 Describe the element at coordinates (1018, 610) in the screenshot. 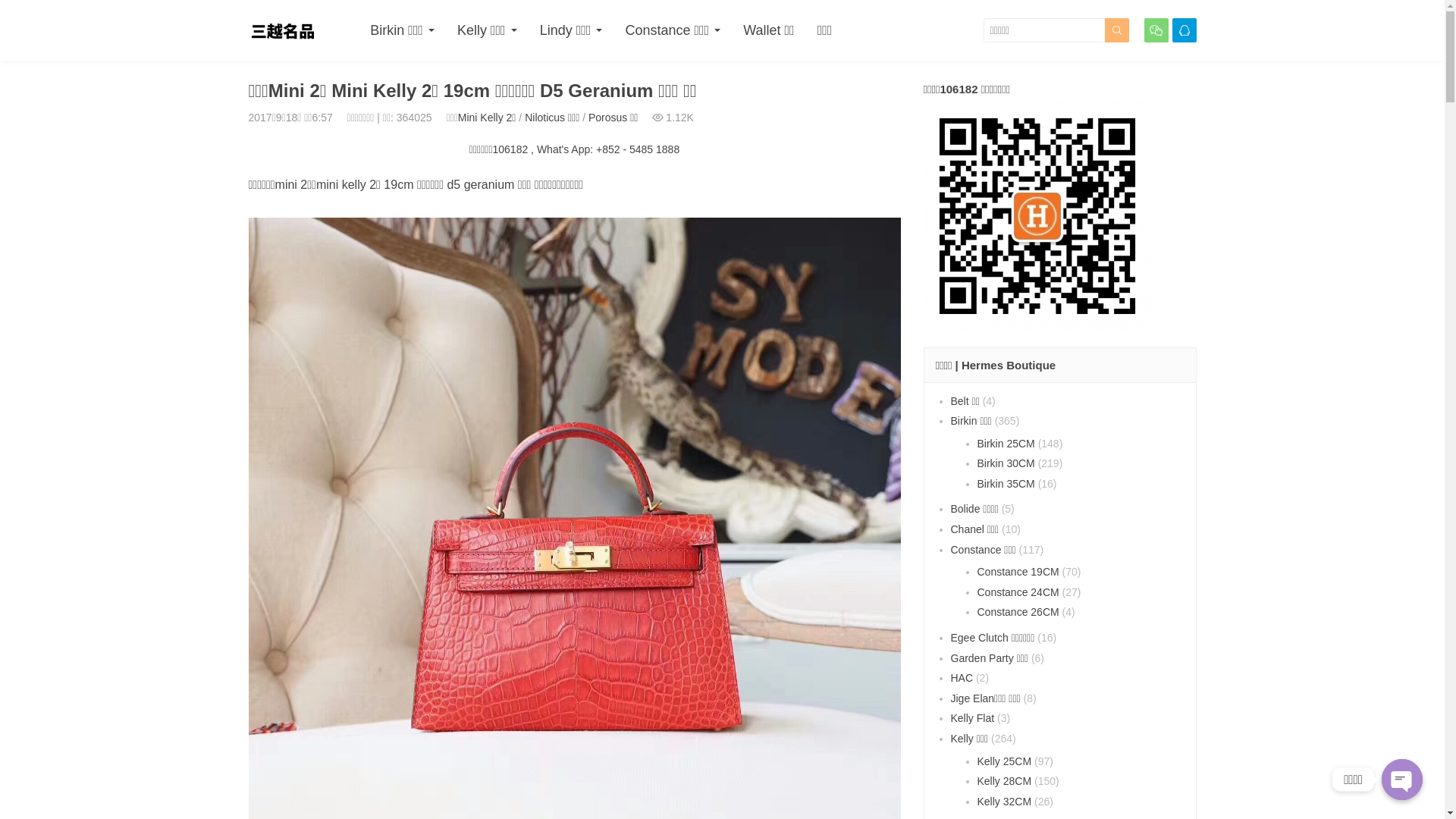

I see `'Constance 26CM'` at that location.